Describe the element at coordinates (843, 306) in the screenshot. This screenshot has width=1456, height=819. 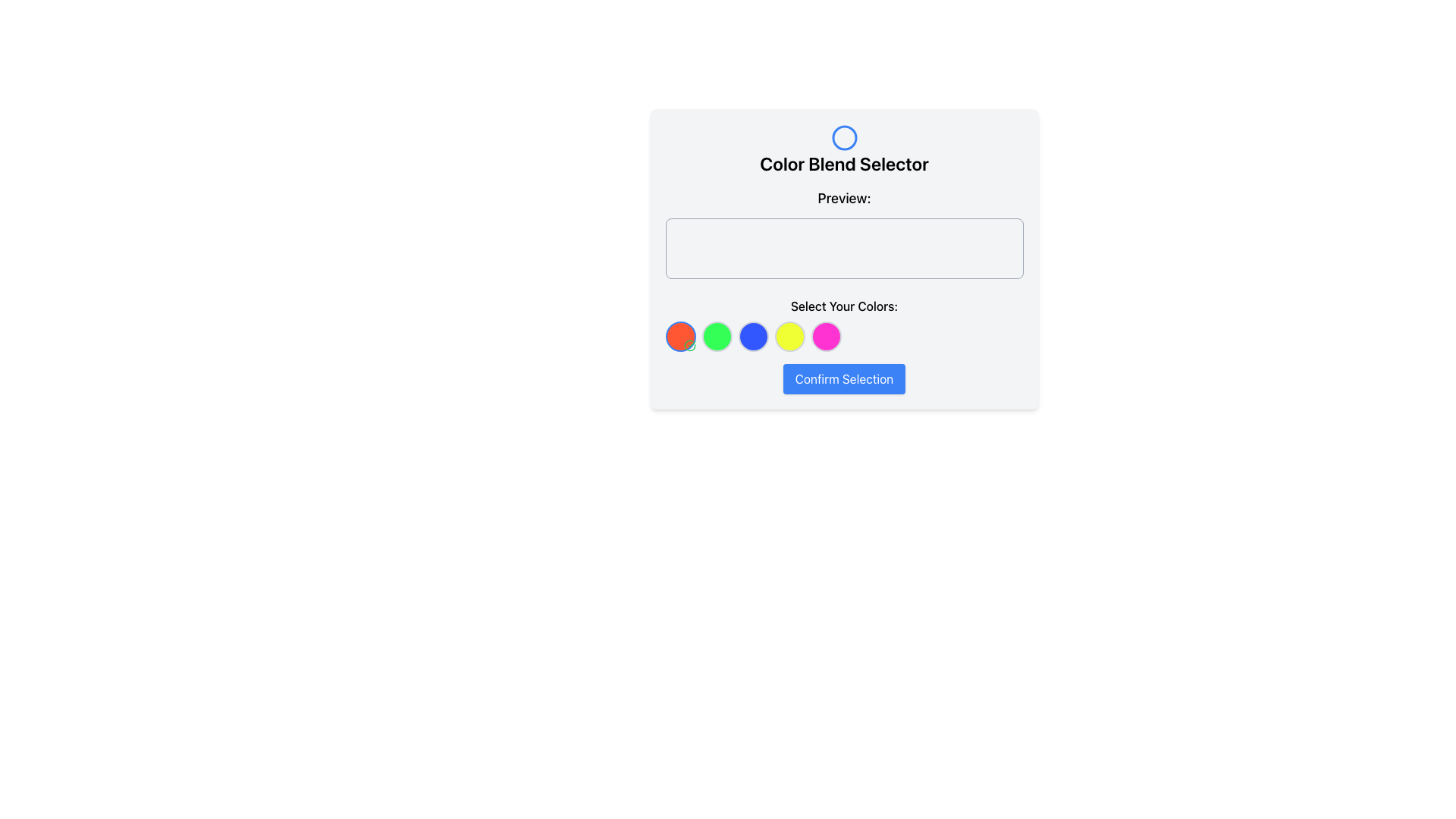
I see `text label that says 'Select Your Colors:' which is styled in bold black font and is positioned above the color selection circles` at that location.